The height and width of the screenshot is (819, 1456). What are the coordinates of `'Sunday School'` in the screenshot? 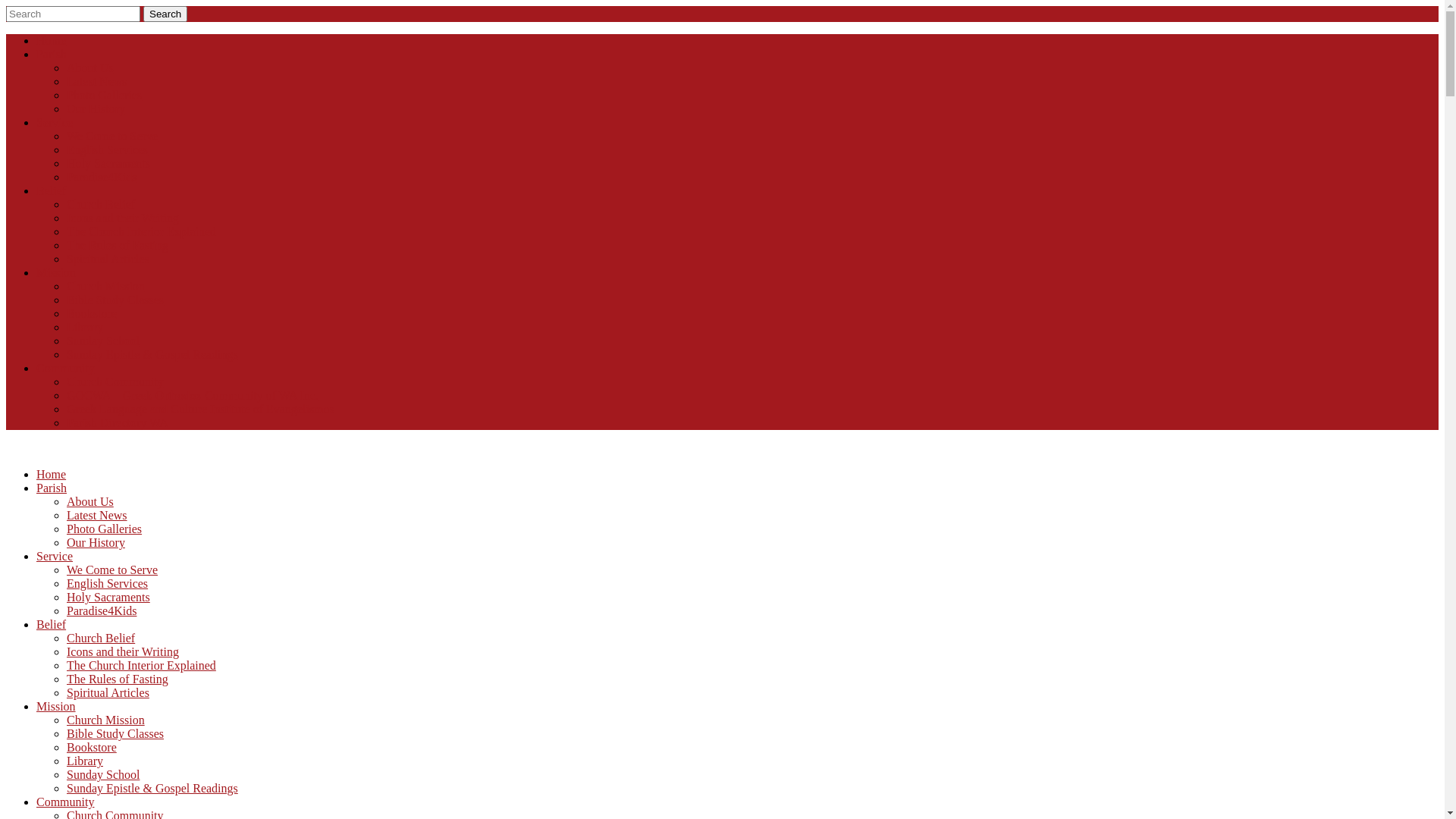 It's located at (102, 774).